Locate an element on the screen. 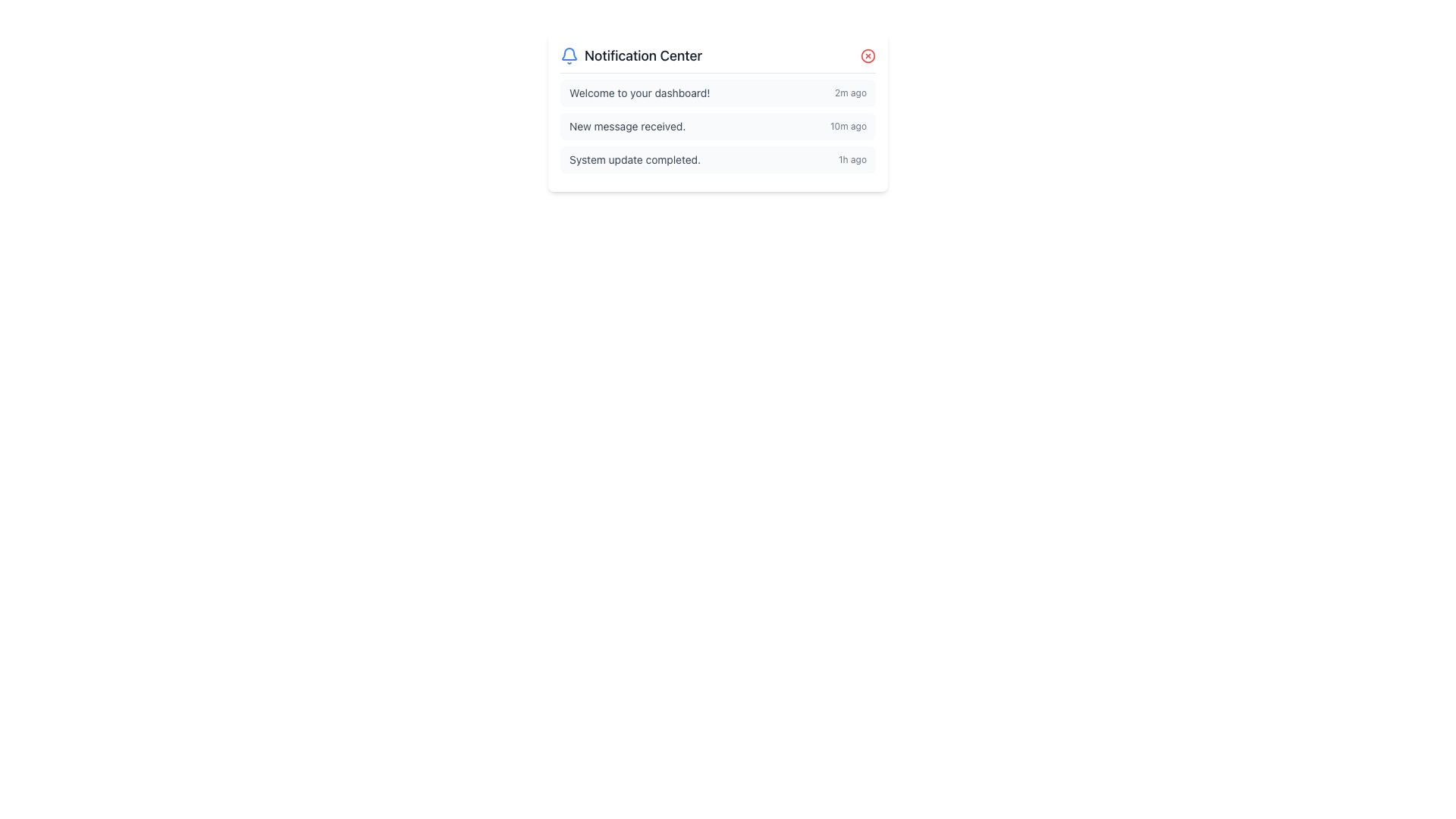 The image size is (1456, 819). the static text element displaying '10m ago', which is located at the end of the second notification message row inside the Notification Center panel is located at coordinates (847, 125).